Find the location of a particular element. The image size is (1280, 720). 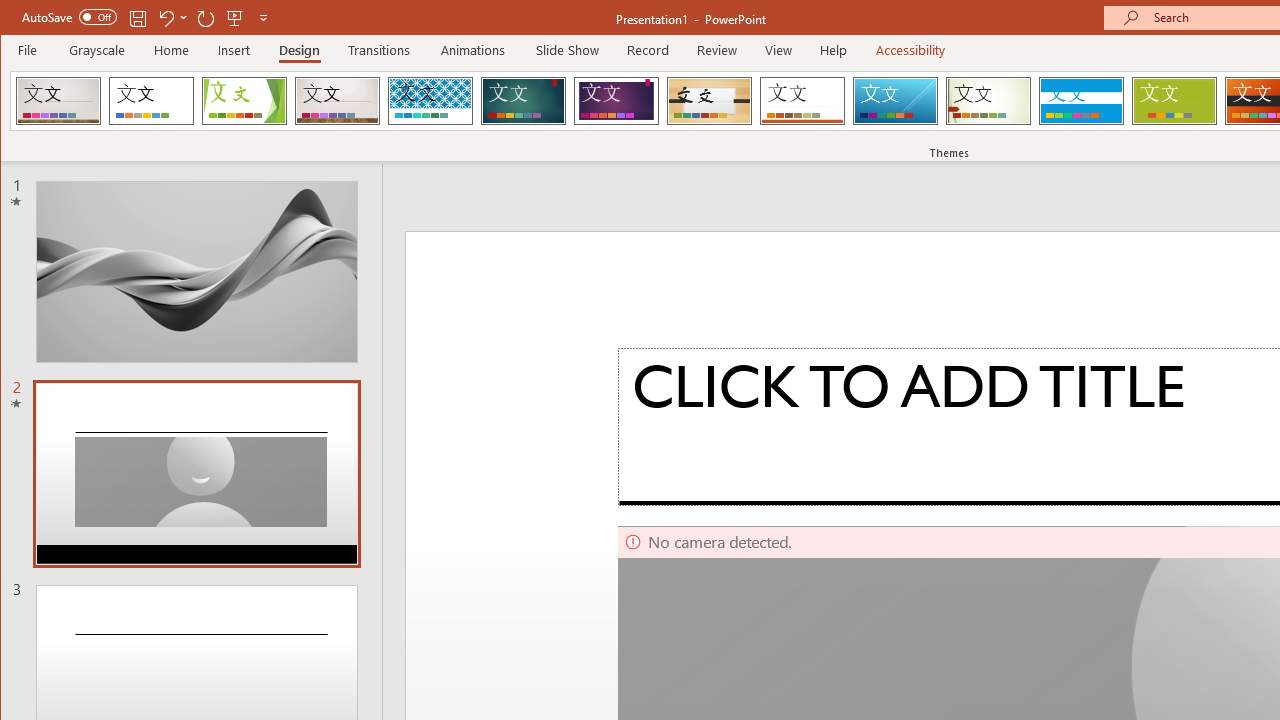

'Office Theme' is located at coordinates (150, 100).